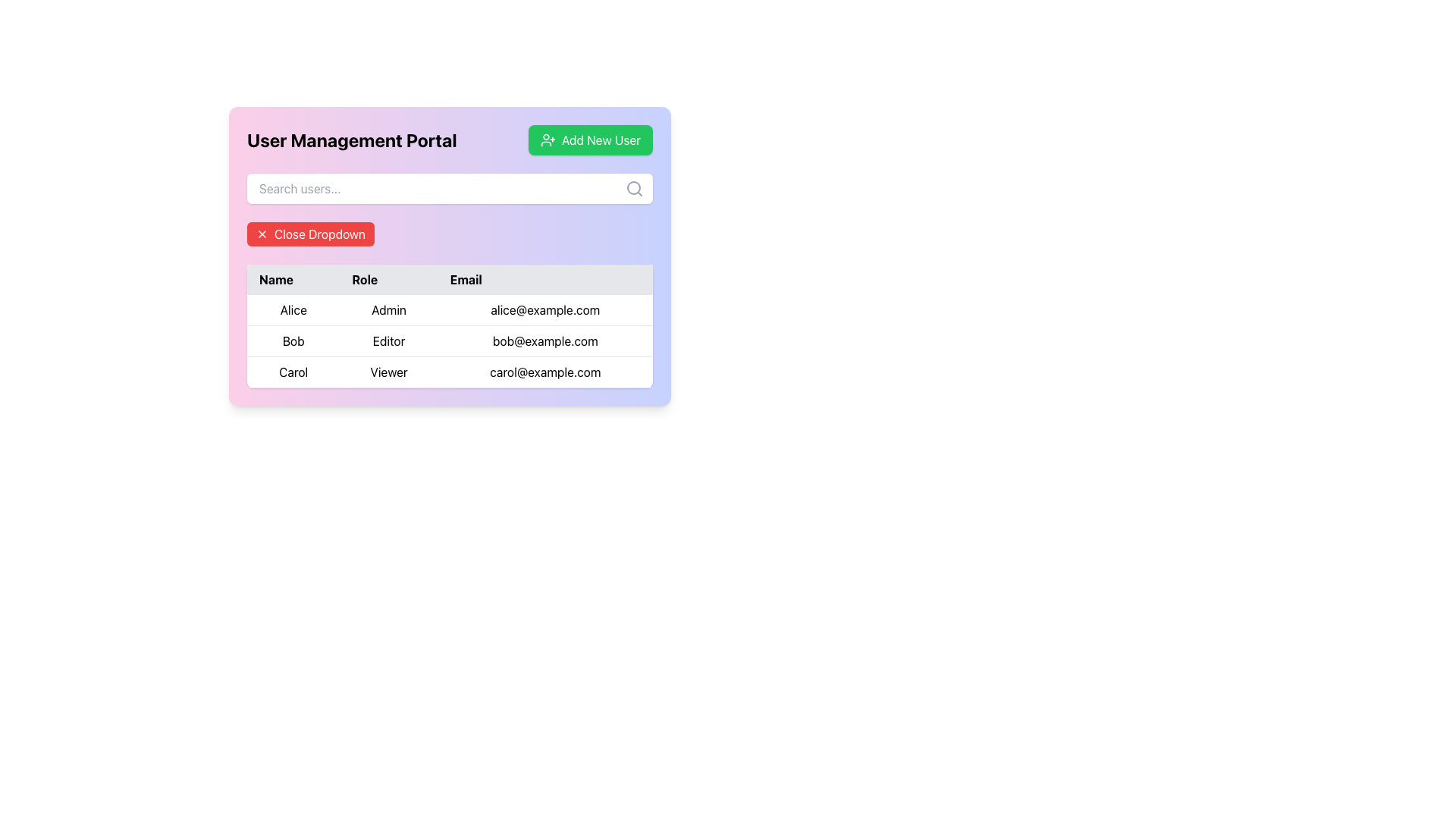 This screenshot has height=819, width=1456. What do you see at coordinates (449, 341) in the screenshot?
I see `the email 'bob@example.com'` at bounding box center [449, 341].